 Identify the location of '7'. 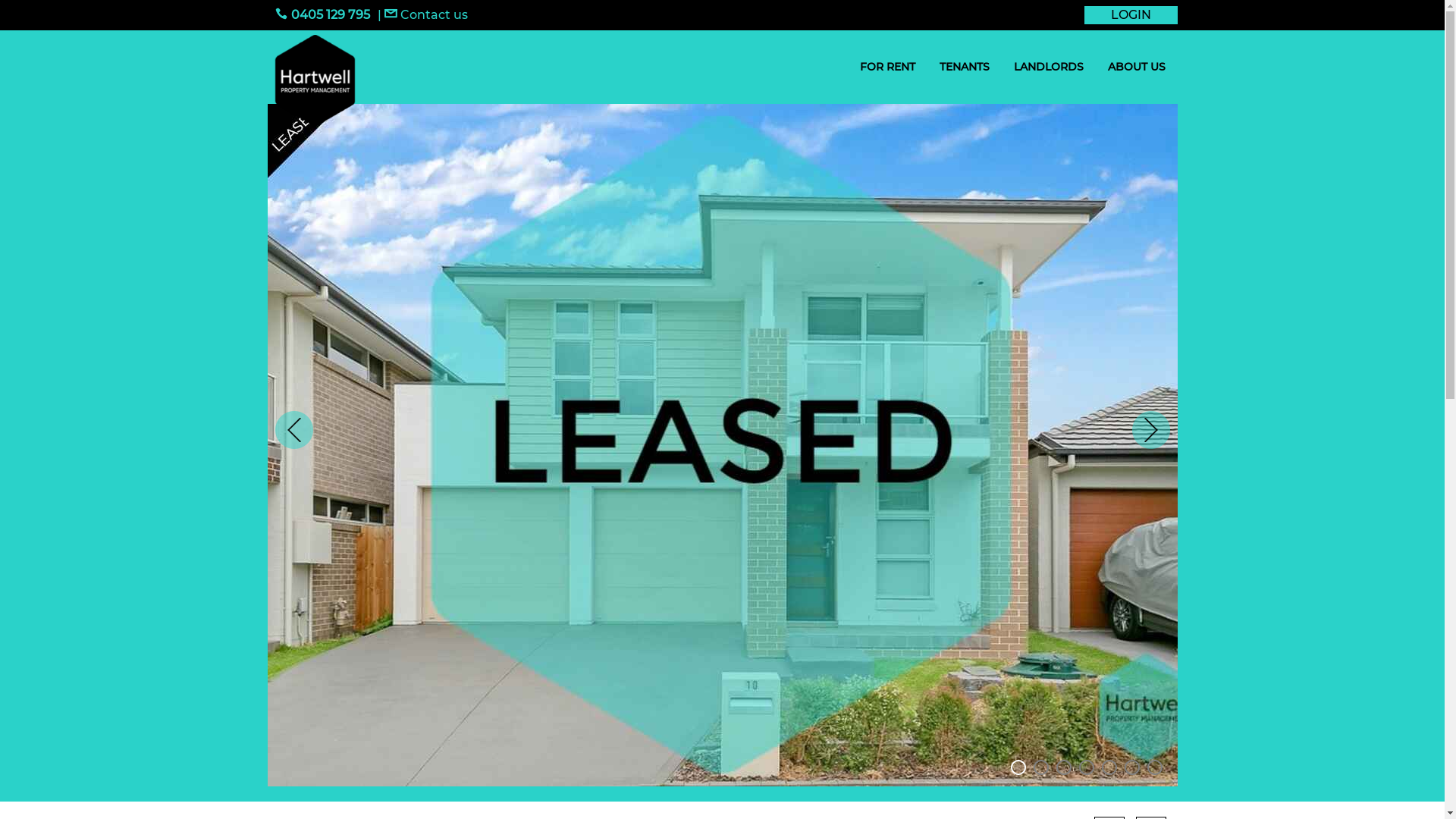
(1153, 767).